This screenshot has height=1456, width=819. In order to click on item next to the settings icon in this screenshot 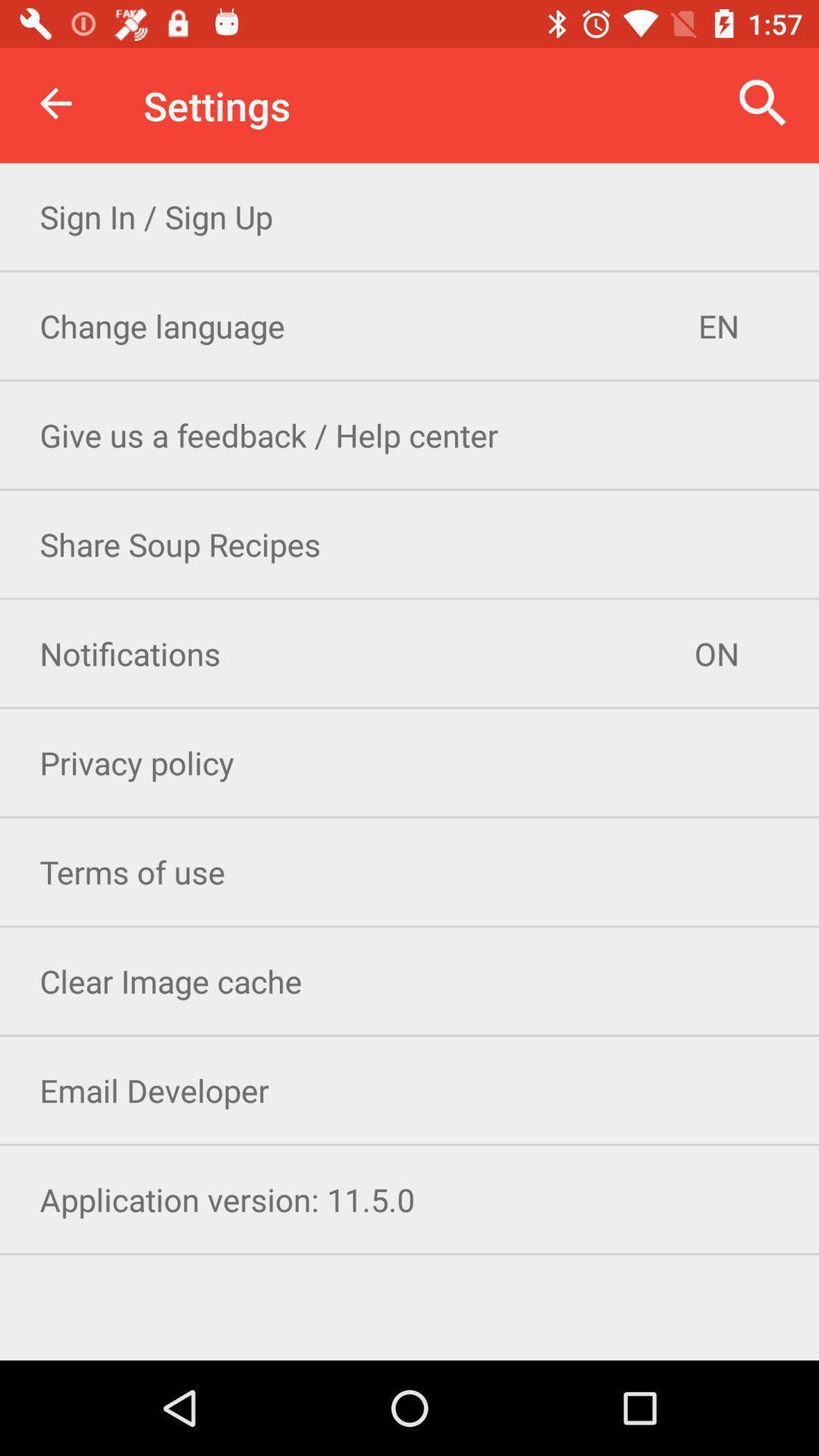, I will do `click(763, 102)`.